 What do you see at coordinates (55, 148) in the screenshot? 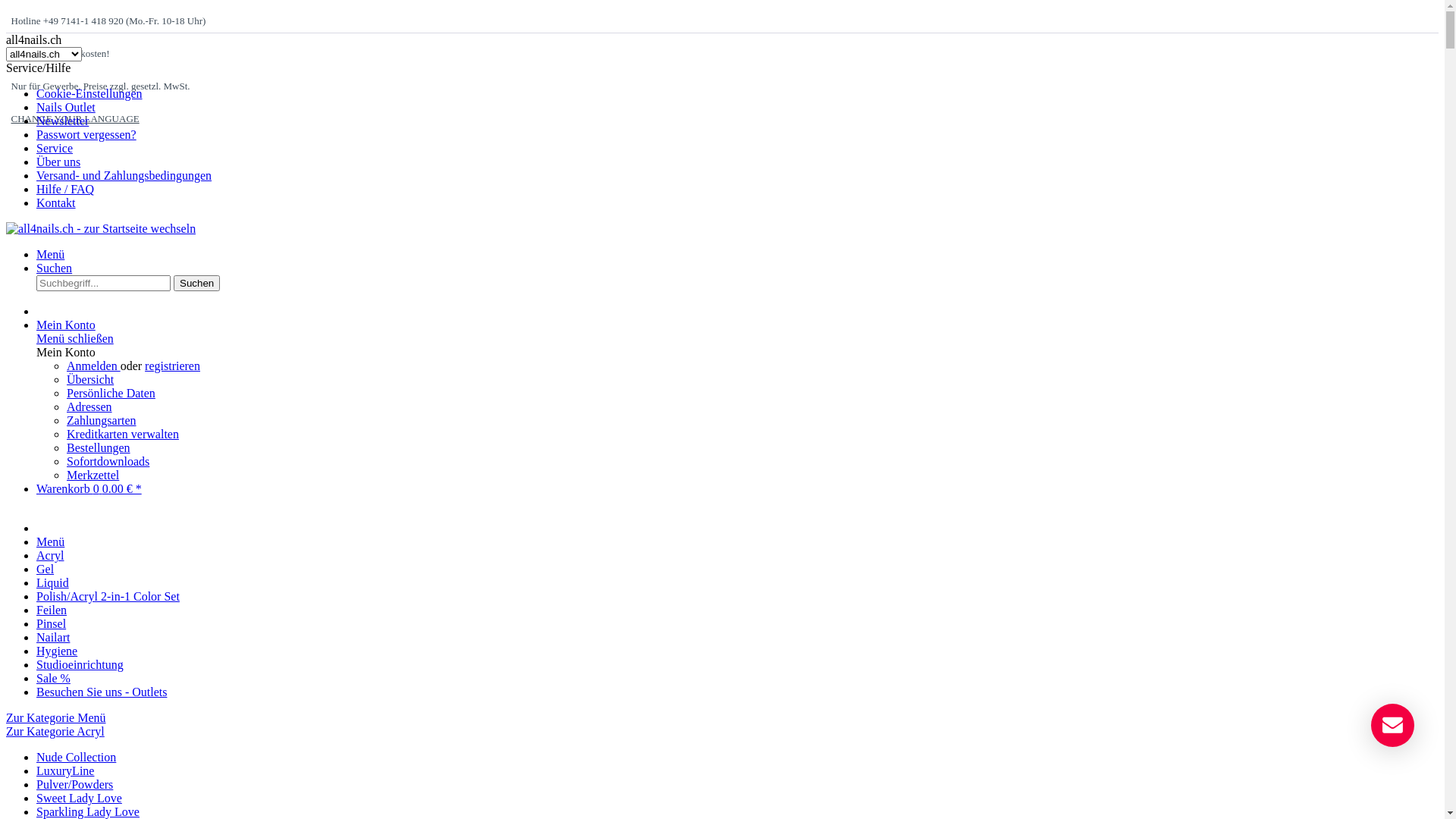
I see `'Service'` at bounding box center [55, 148].